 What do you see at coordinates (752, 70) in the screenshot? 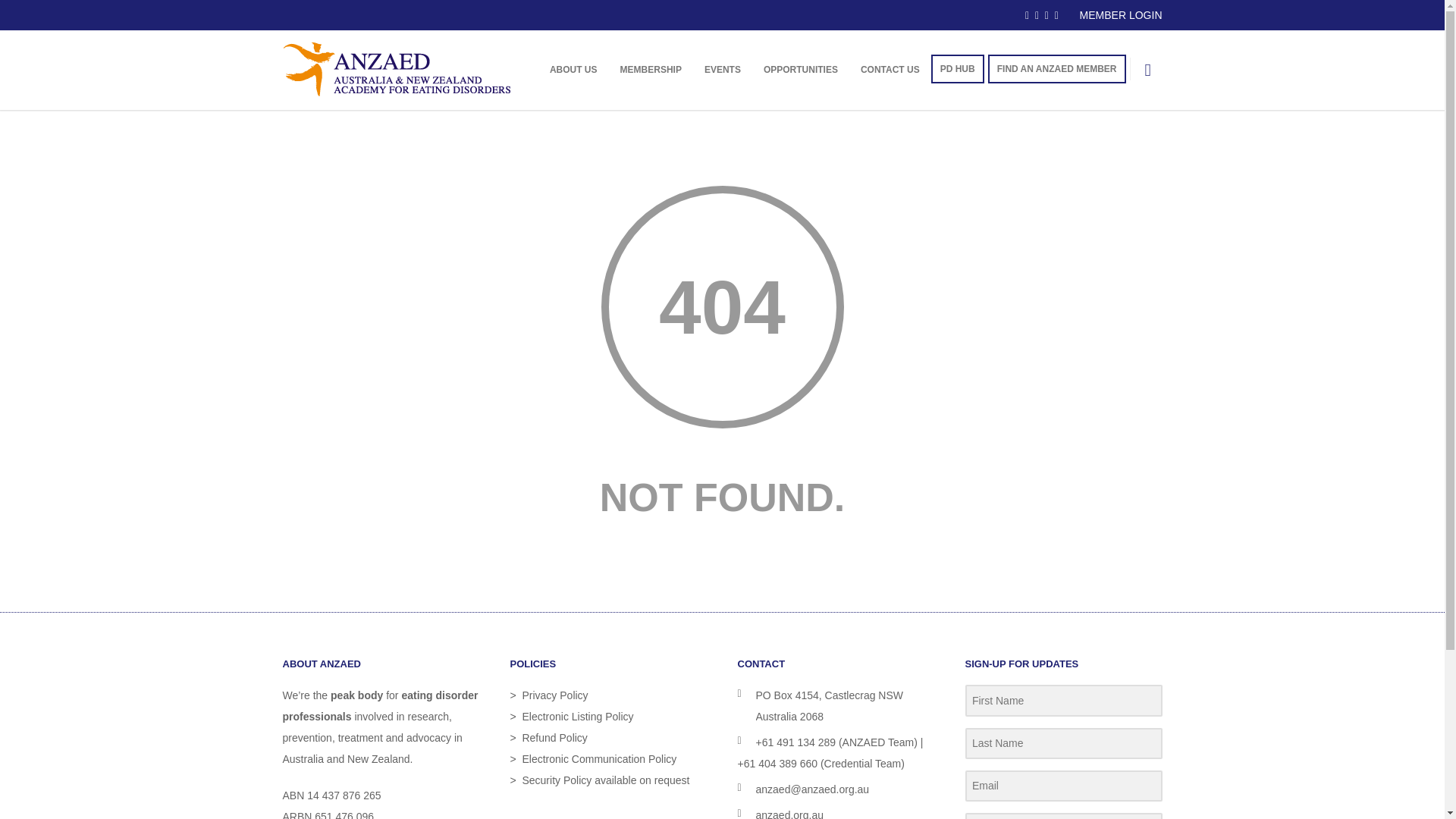
I see `'OPPORTUNITIES'` at bounding box center [752, 70].